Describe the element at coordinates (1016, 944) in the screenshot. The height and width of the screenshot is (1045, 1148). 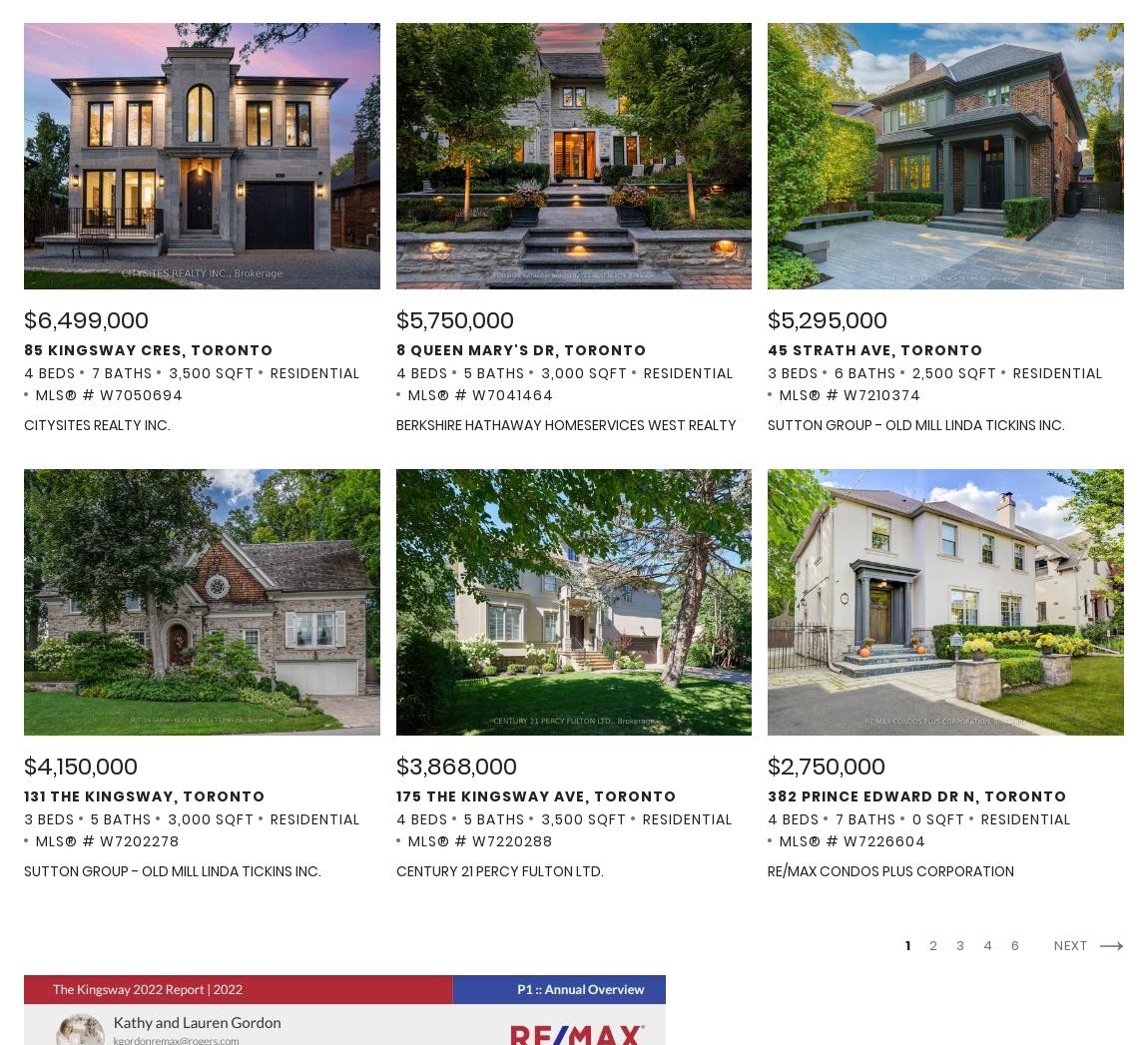
I see `'6'` at that location.